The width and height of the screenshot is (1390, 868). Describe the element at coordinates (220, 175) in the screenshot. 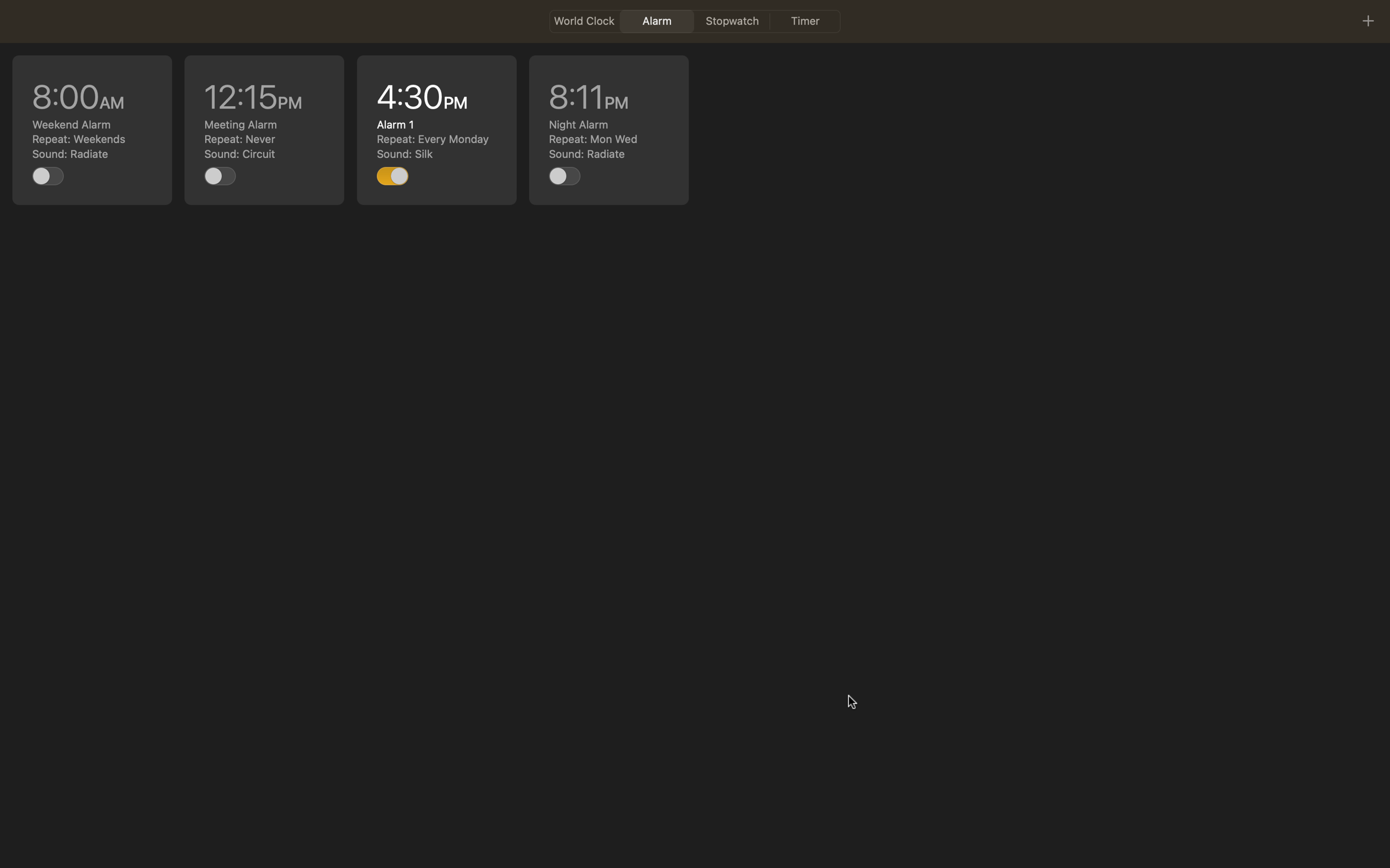

I see `Turn on the task set at noon` at that location.